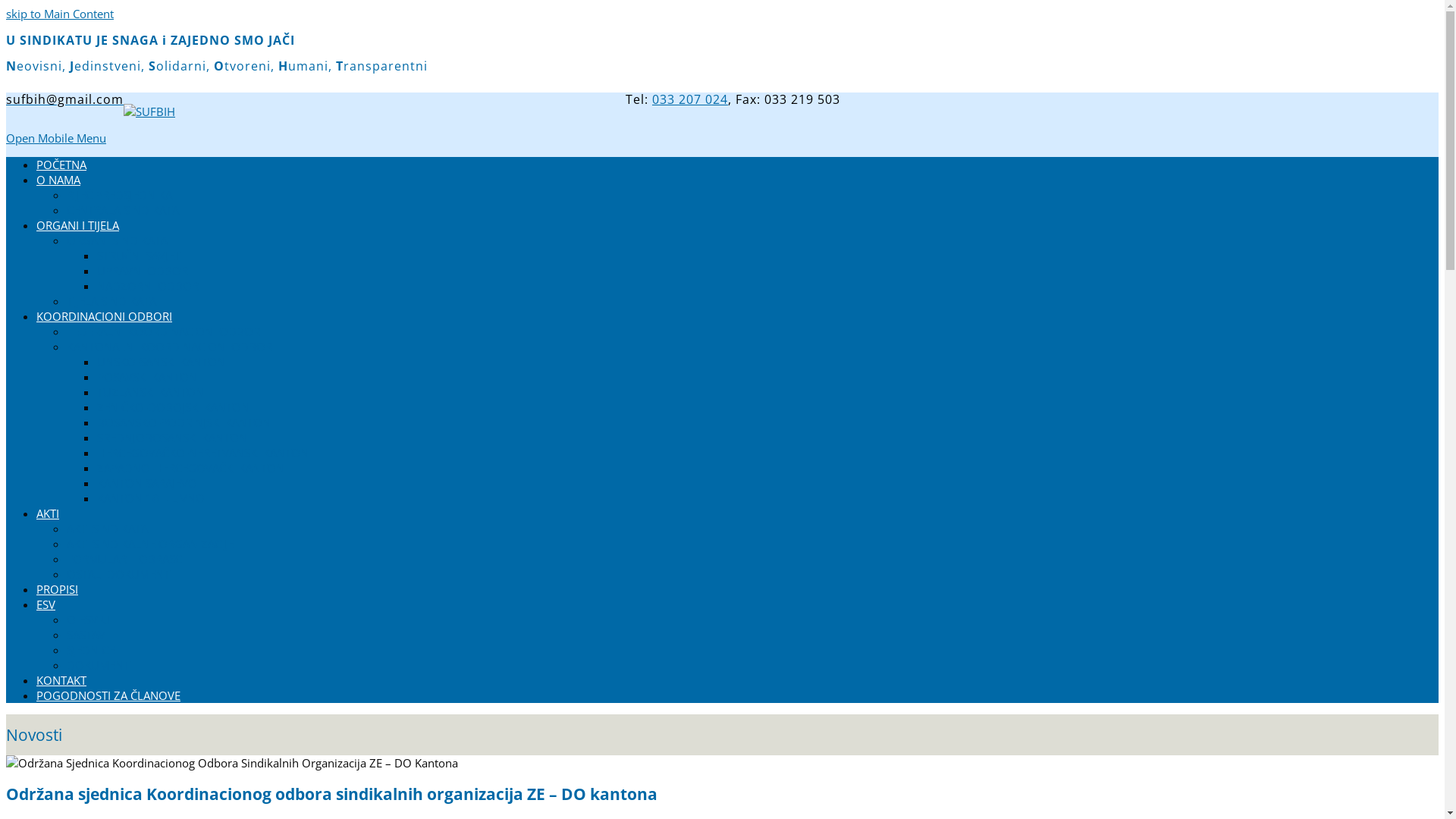 This screenshot has height=819, width=1456. What do you see at coordinates (59, 14) in the screenshot?
I see `'skip to Main Content'` at bounding box center [59, 14].